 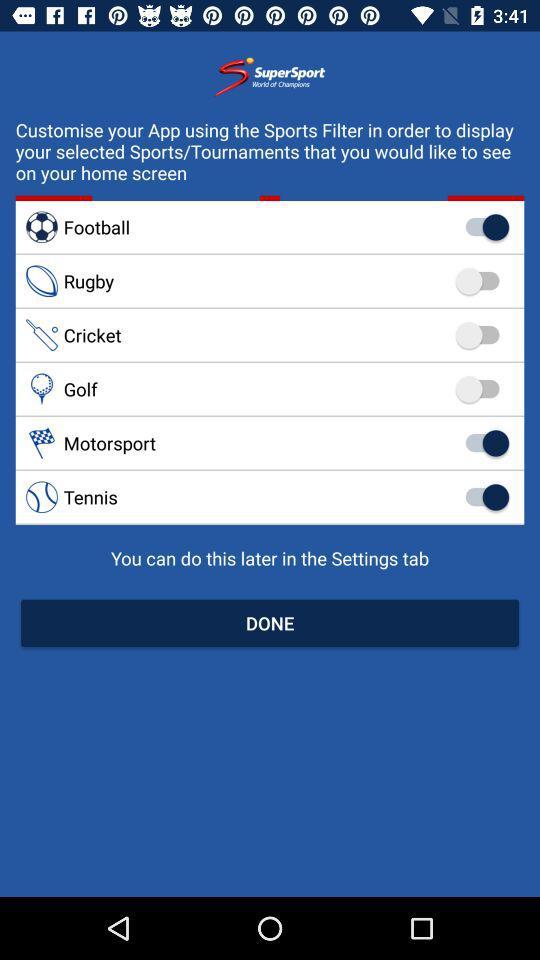 What do you see at coordinates (270, 622) in the screenshot?
I see `the item below the you can do item` at bounding box center [270, 622].